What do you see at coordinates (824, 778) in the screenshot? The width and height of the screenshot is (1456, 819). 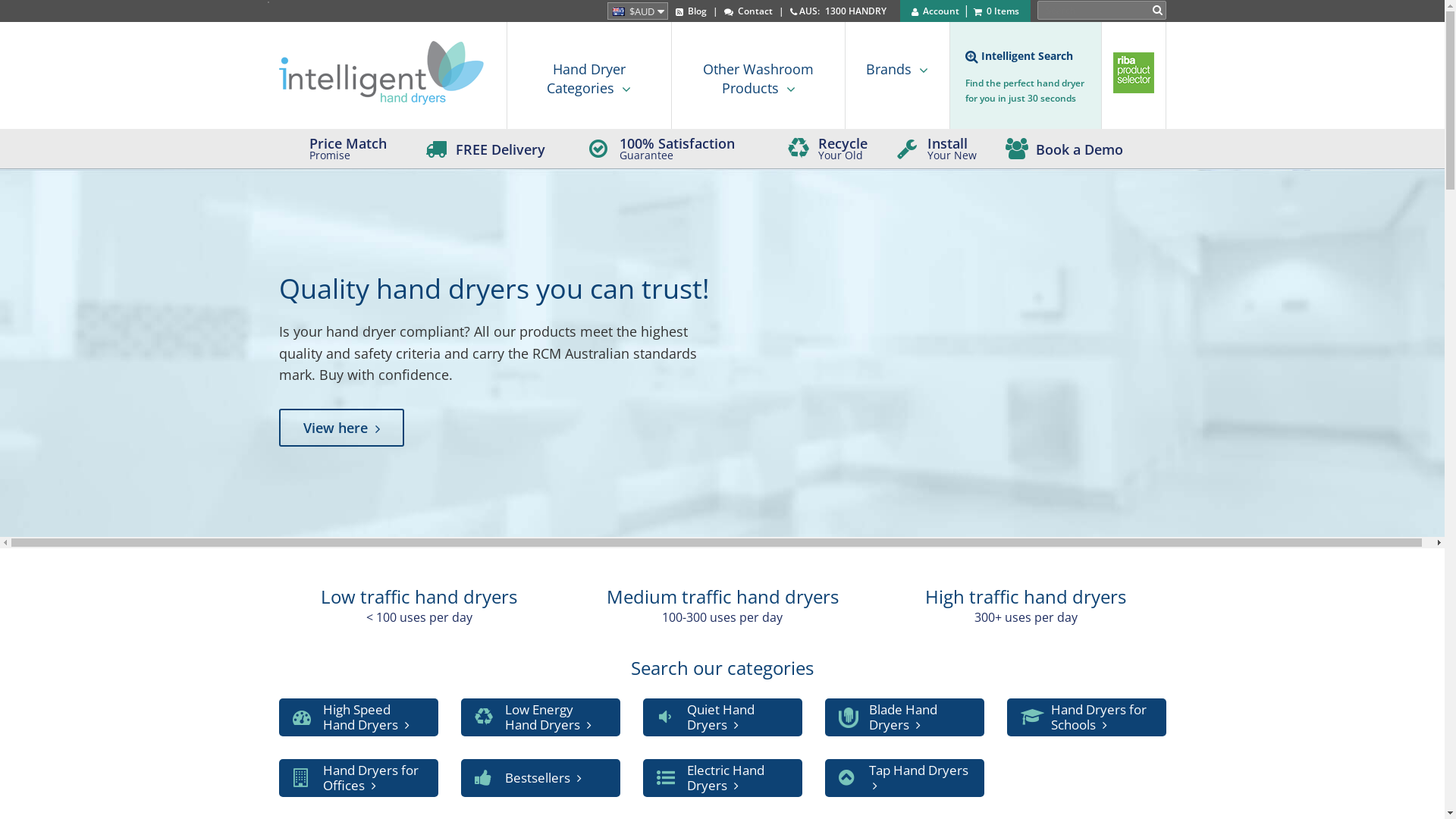 I see `'Tap Hand Dryers'` at bounding box center [824, 778].